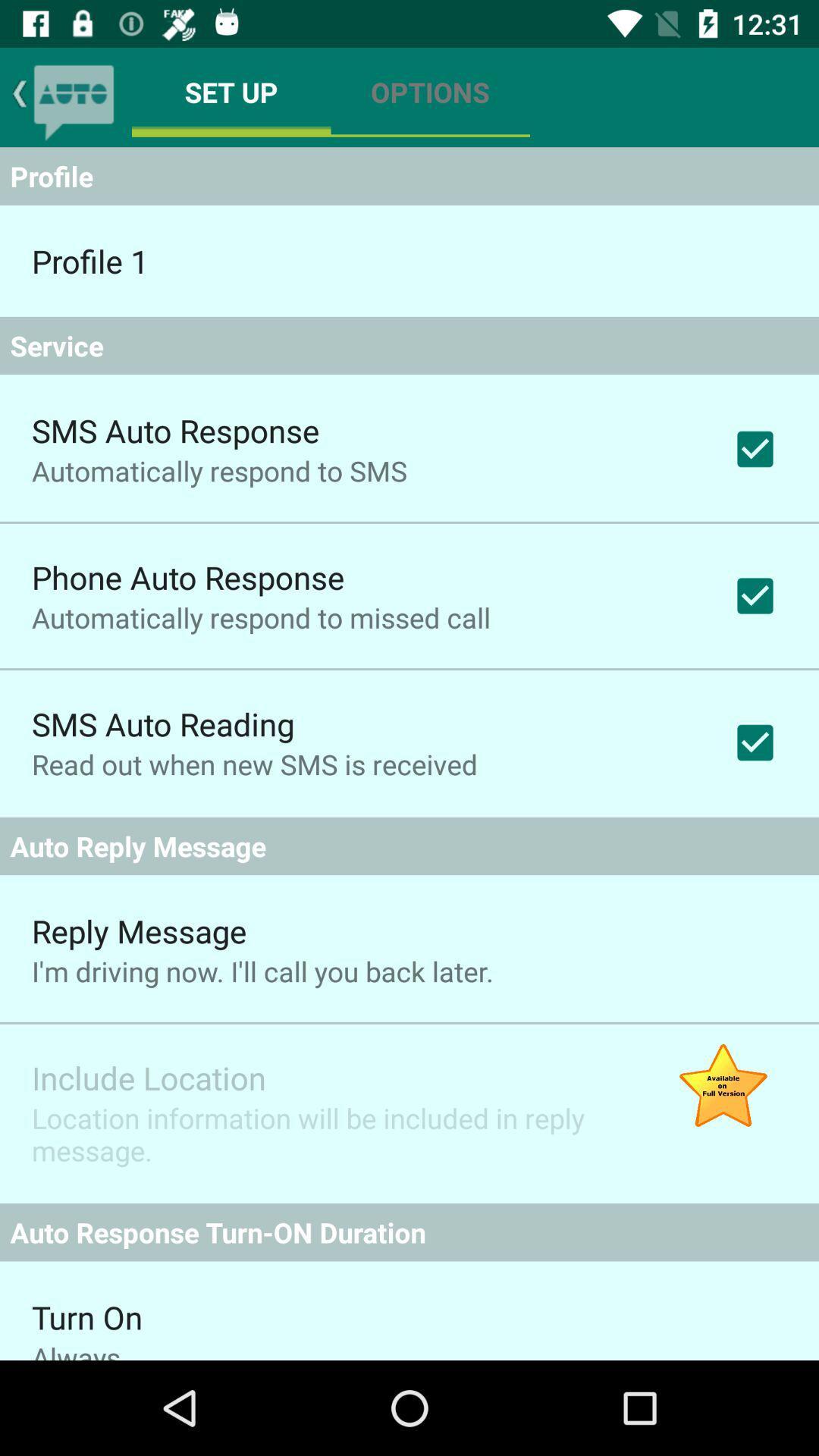 The height and width of the screenshot is (1456, 819). Describe the element at coordinates (74, 96) in the screenshot. I see `the chat icon` at that location.